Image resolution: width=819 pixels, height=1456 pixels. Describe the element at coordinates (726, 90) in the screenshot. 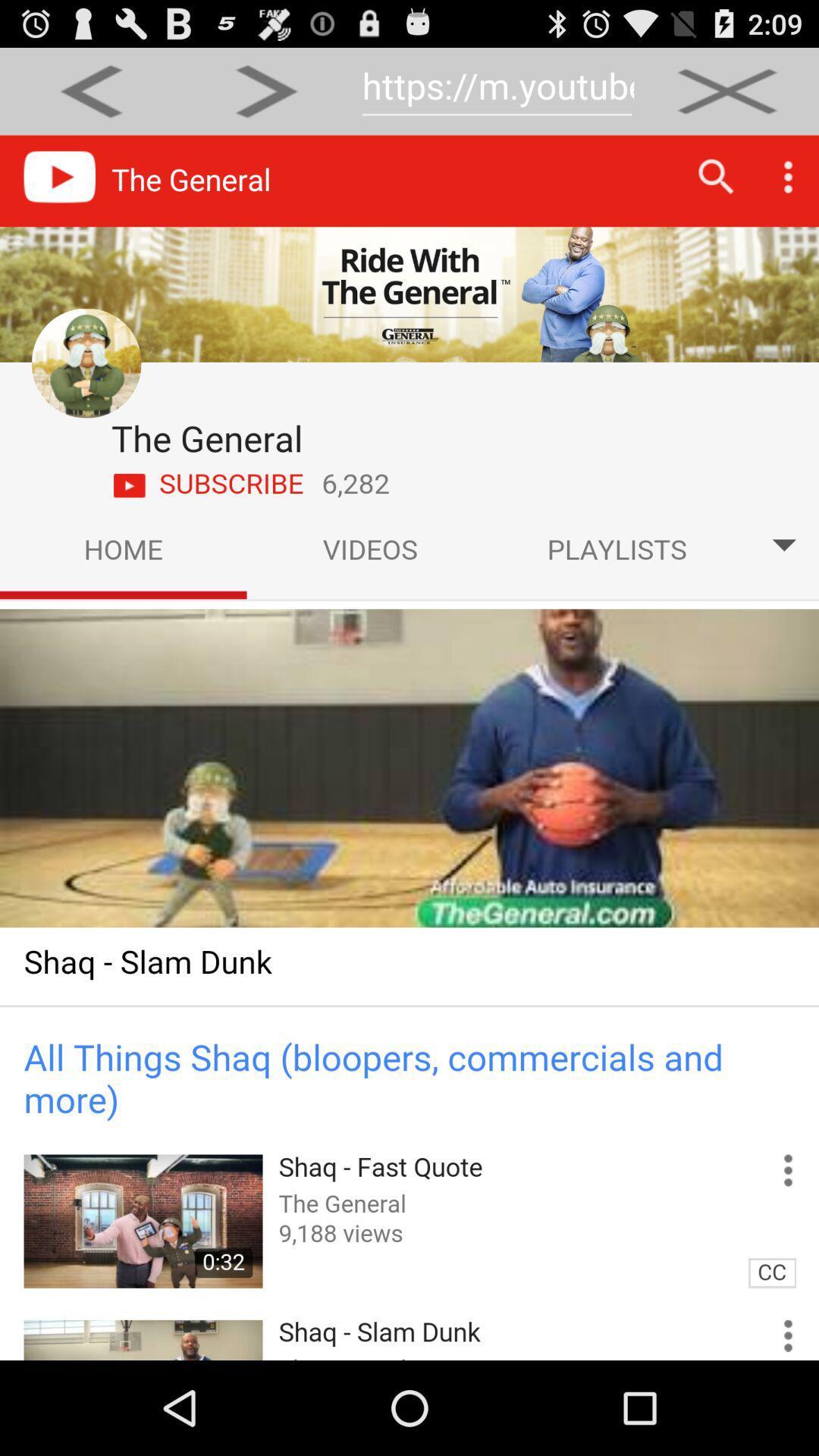

I see `click x button` at that location.